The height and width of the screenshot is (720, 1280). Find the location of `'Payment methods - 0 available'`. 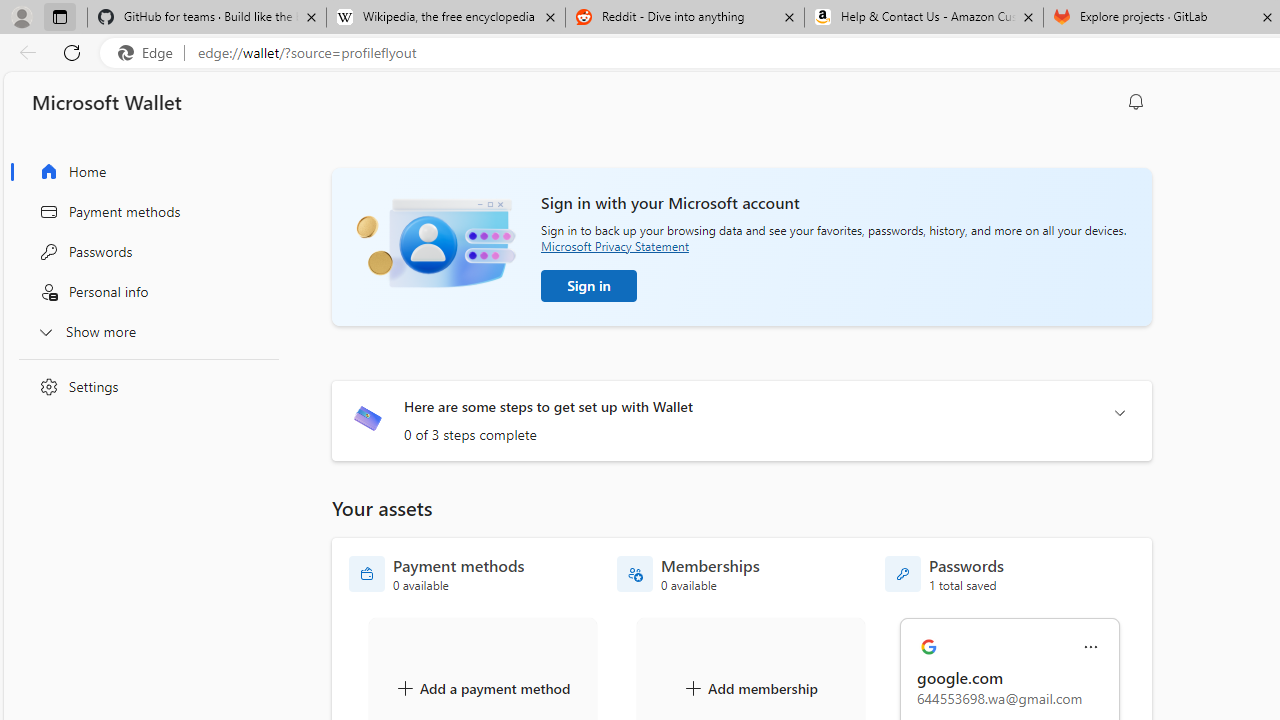

'Payment methods - 0 available' is located at coordinates (436, 574).